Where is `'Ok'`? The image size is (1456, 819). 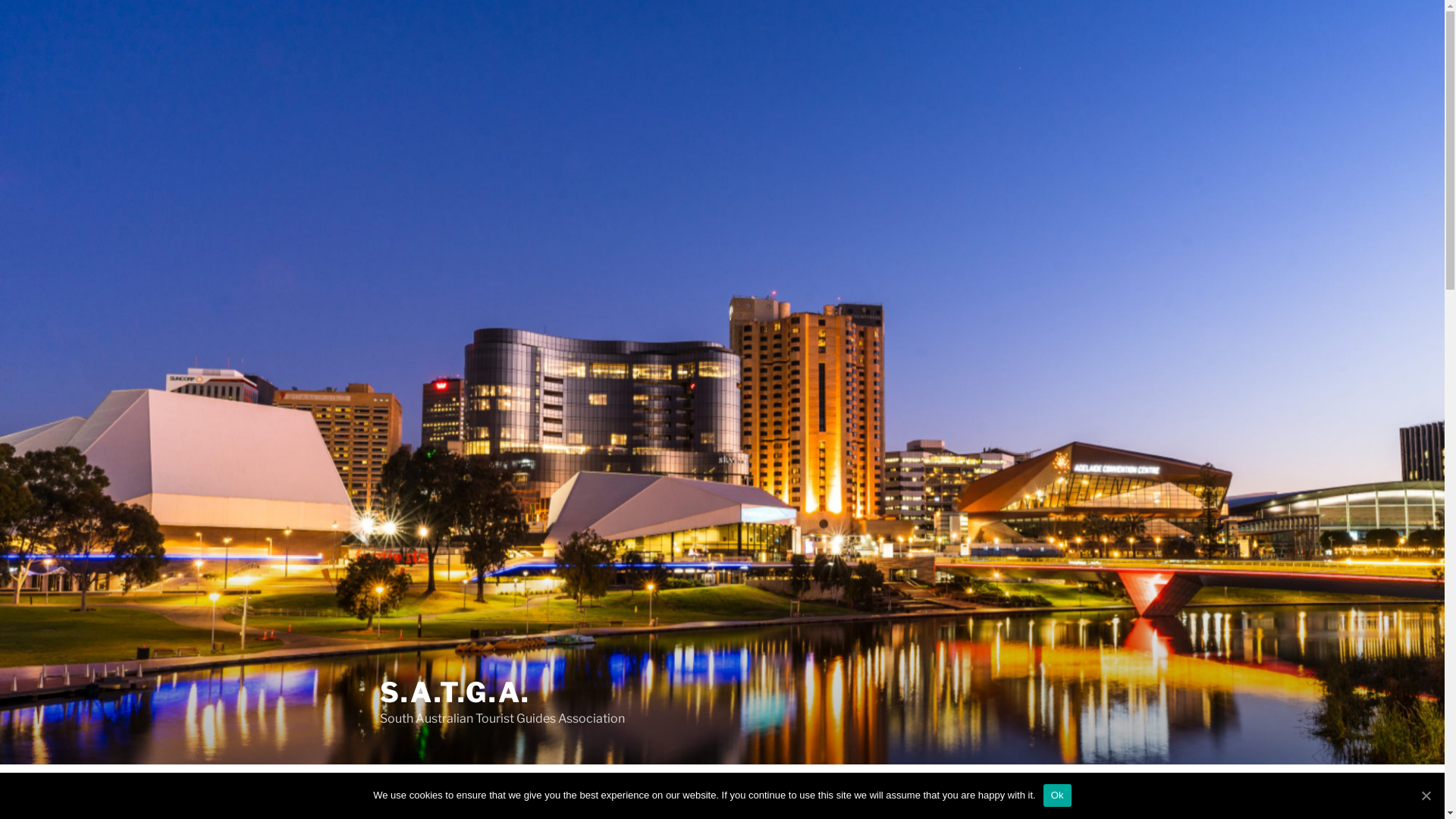 'Ok' is located at coordinates (1043, 795).